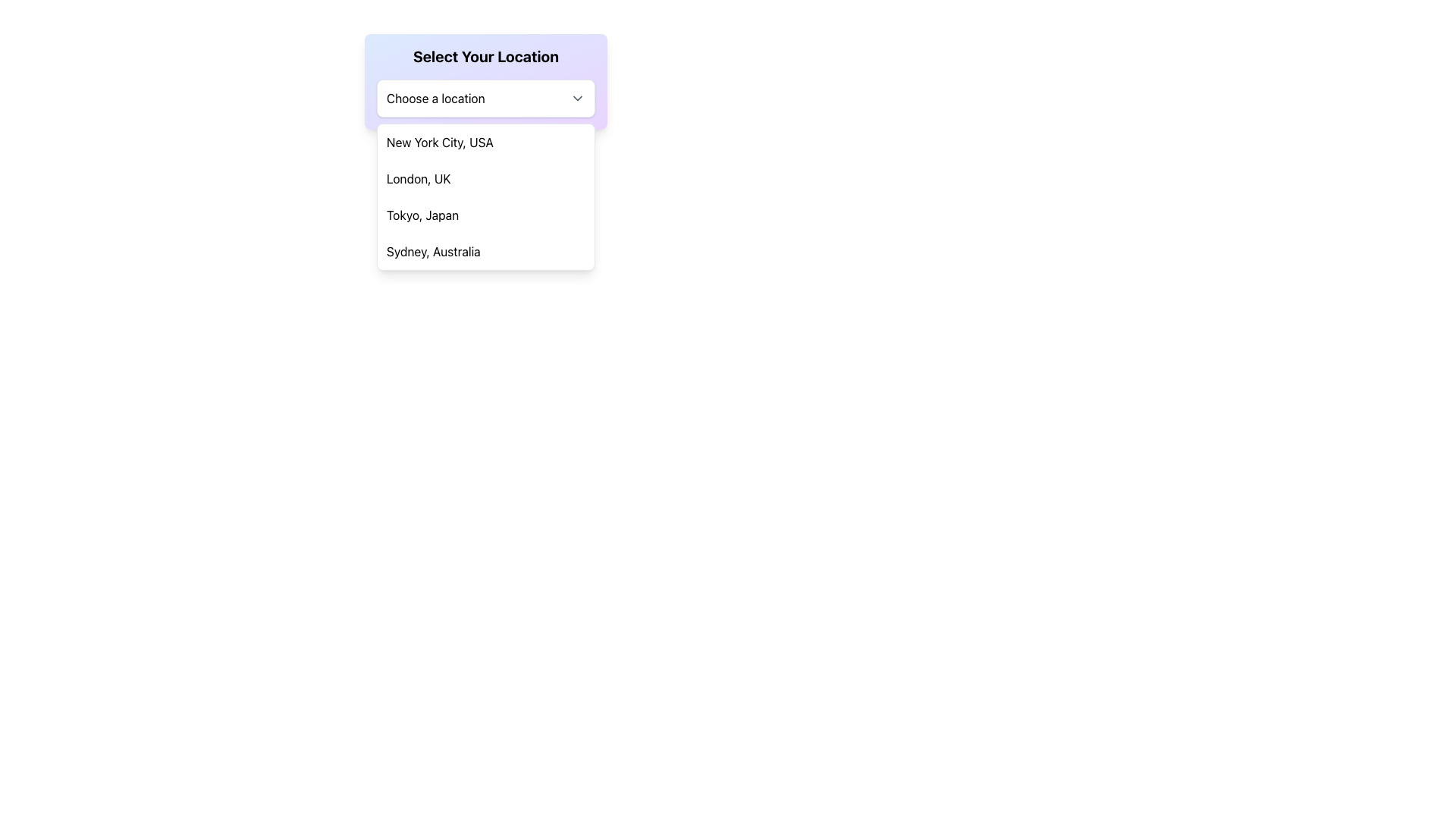  Describe the element at coordinates (486, 143) in the screenshot. I see `the first interactive list item that reads 'New York City, USA' in the dropdown selection menu` at that location.